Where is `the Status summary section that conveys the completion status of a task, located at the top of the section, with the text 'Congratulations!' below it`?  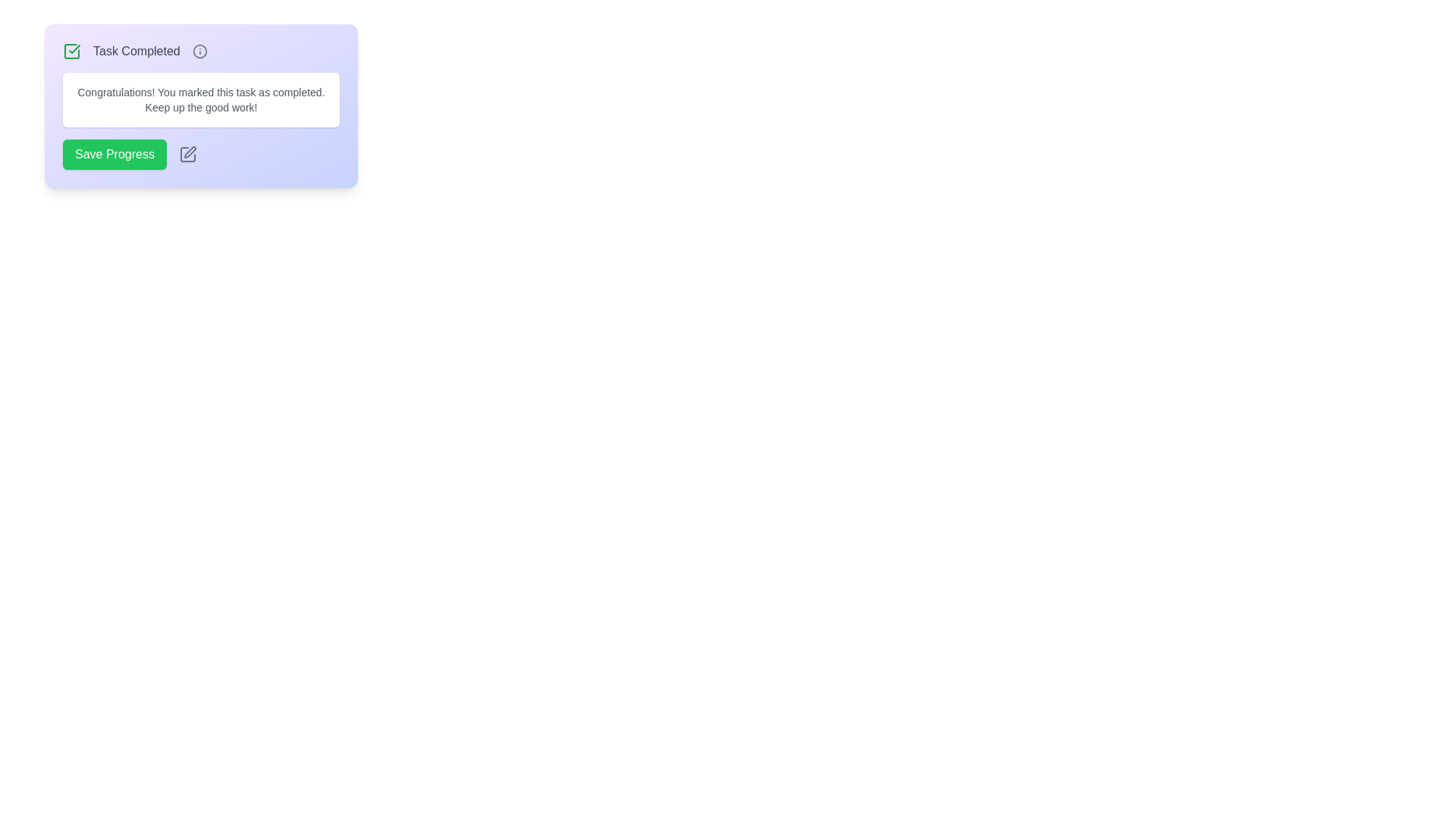 the Status summary section that conveys the completion status of a task, located at the top of the section, with the text 'Congratulations!' below it is located at coordinates (200, 51).